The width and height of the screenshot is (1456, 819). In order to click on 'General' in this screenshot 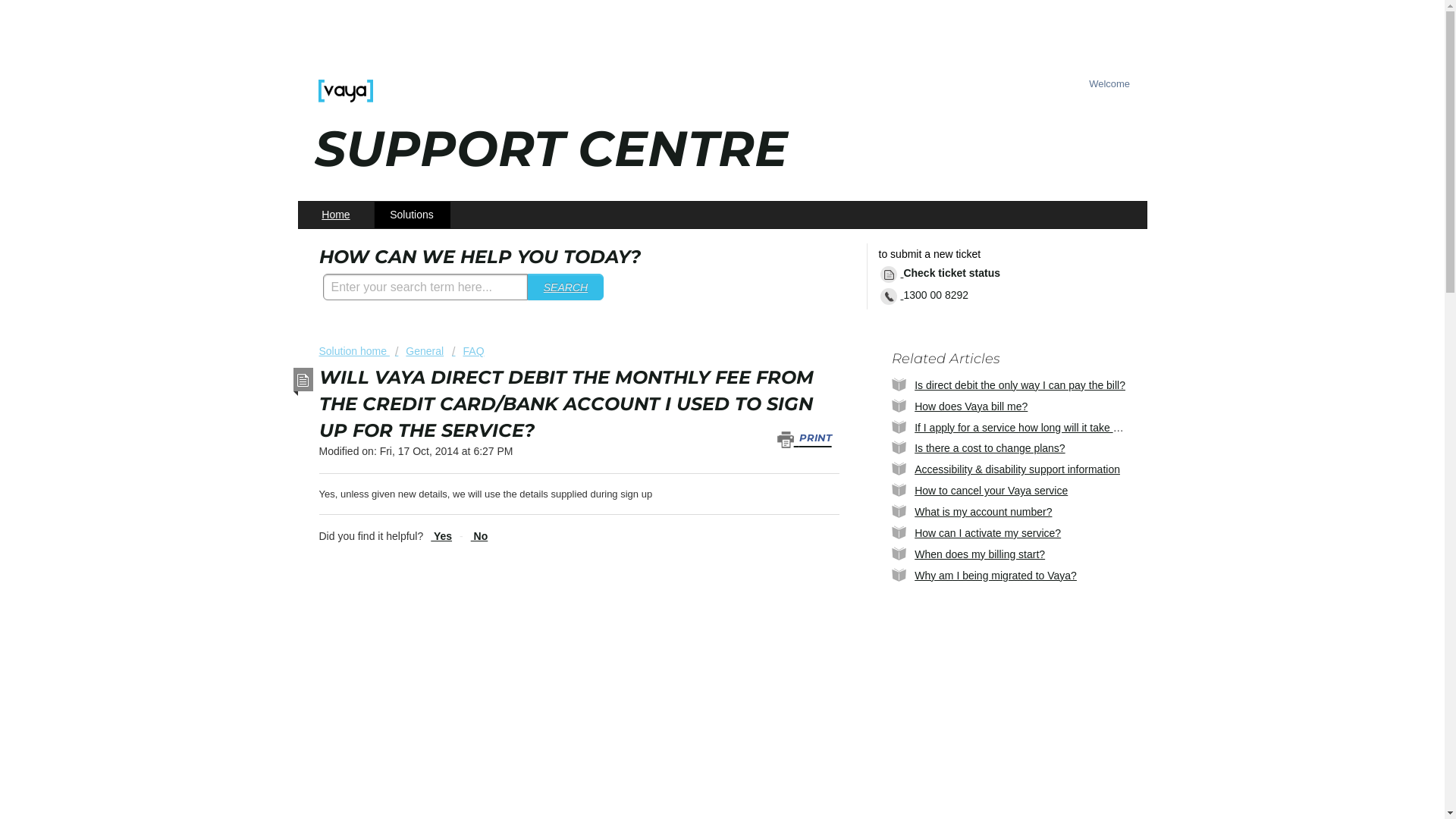, I will do `click(419, 350)`.